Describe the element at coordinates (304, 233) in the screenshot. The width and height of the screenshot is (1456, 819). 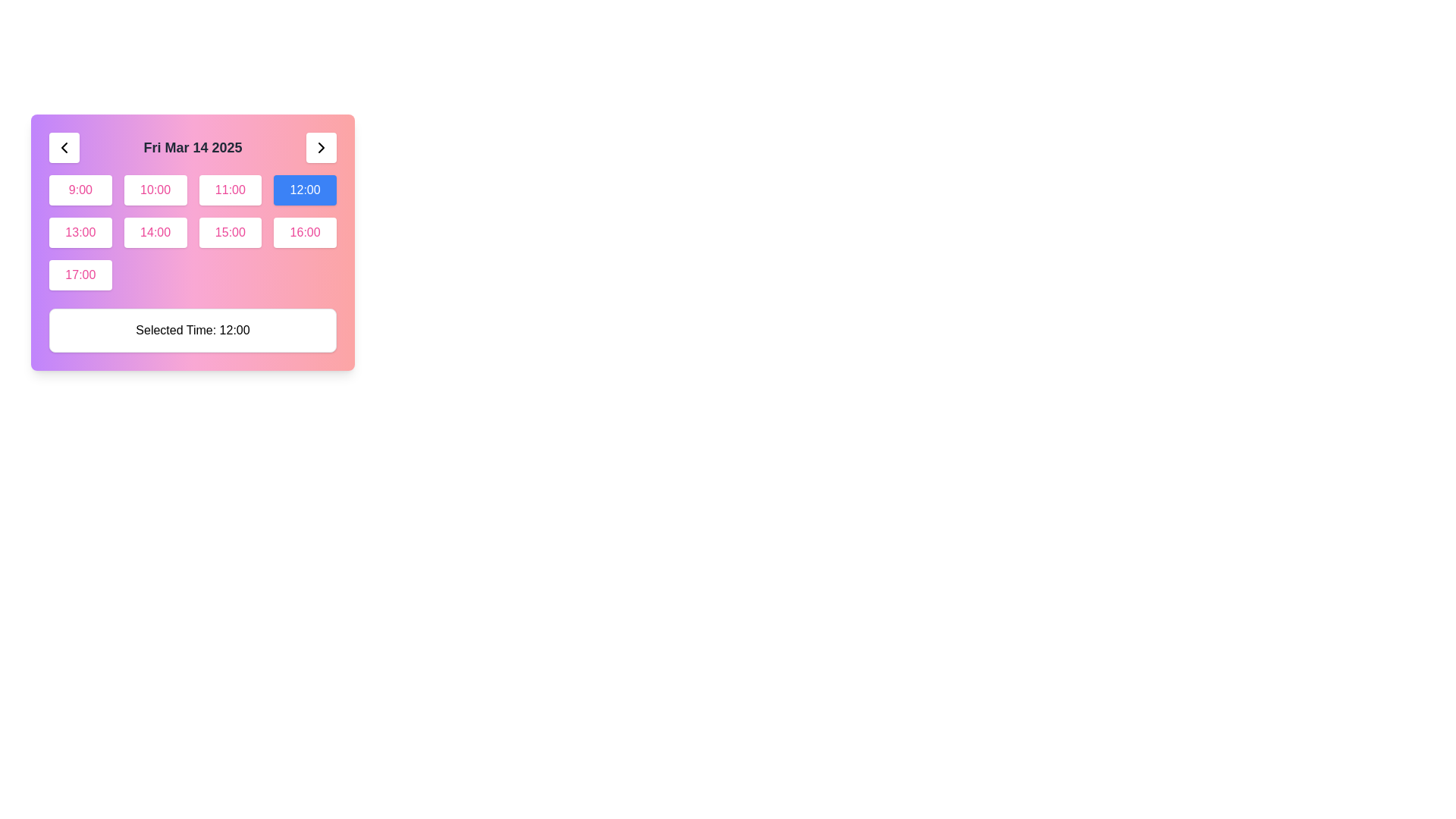
I see `the button with white background and pink text displaying '16:00'` at that location.